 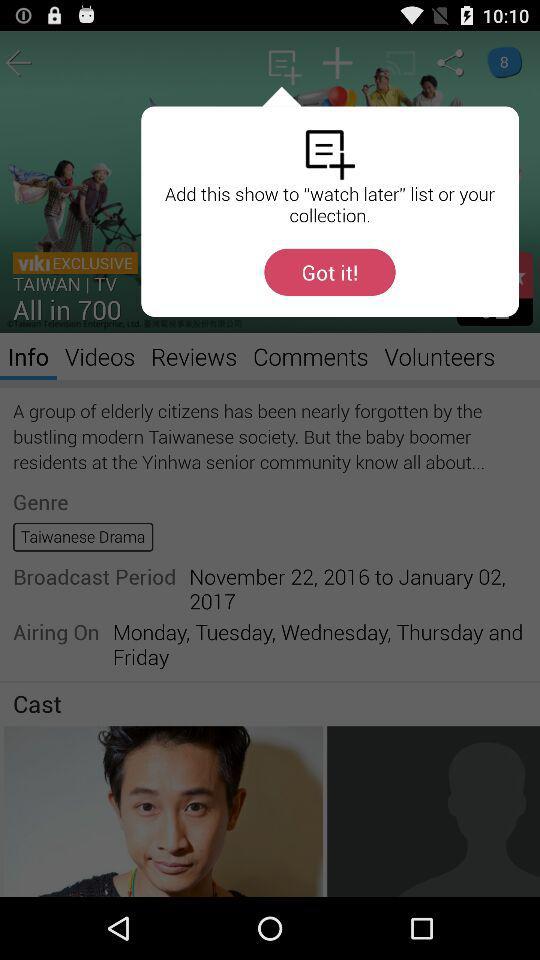 I want to click on the item at the center, so click(x=270, y=464).